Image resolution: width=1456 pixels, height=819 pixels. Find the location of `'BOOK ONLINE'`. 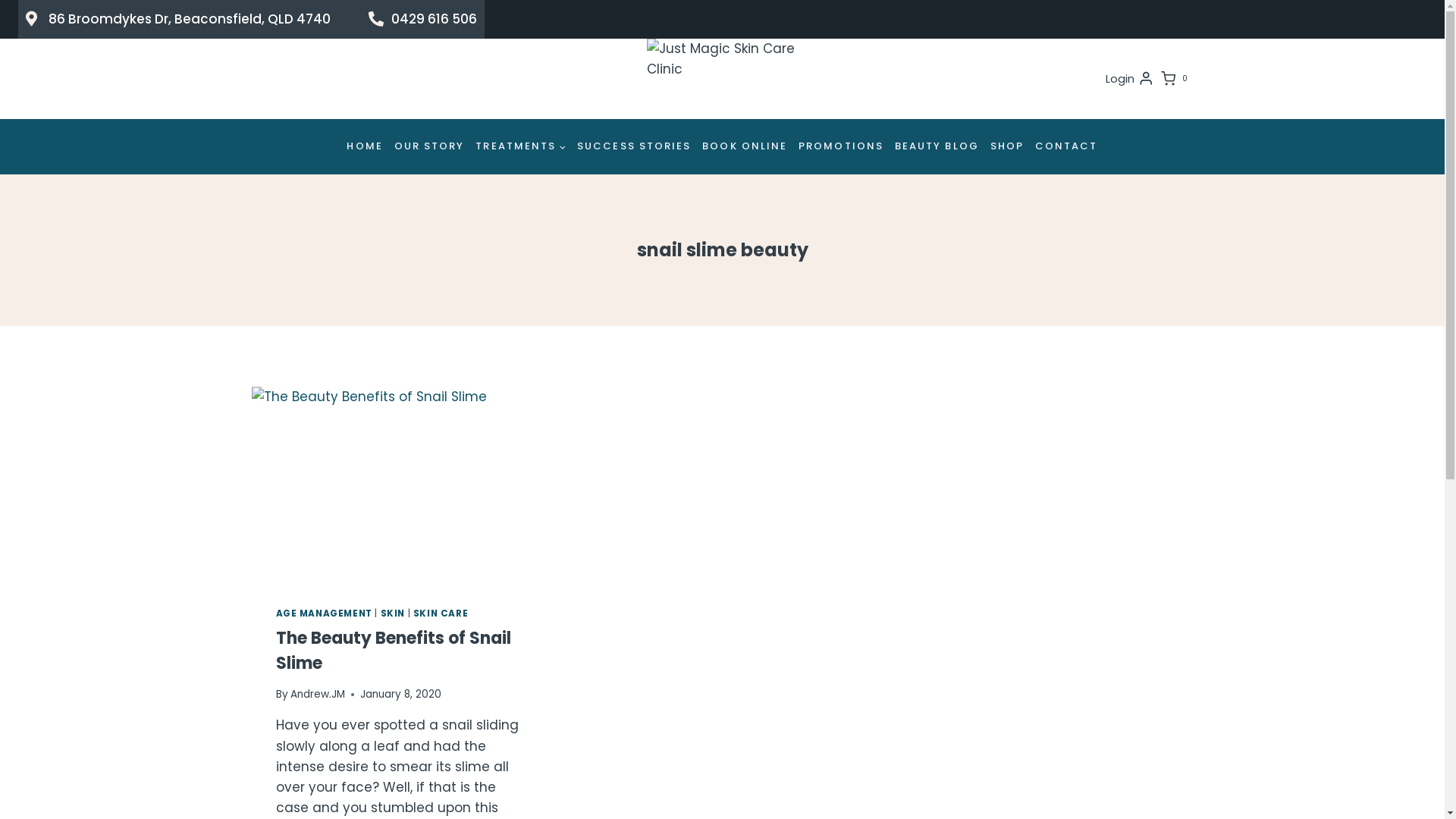

'BOOK ONLINE' is located at coordinates (745, 146).